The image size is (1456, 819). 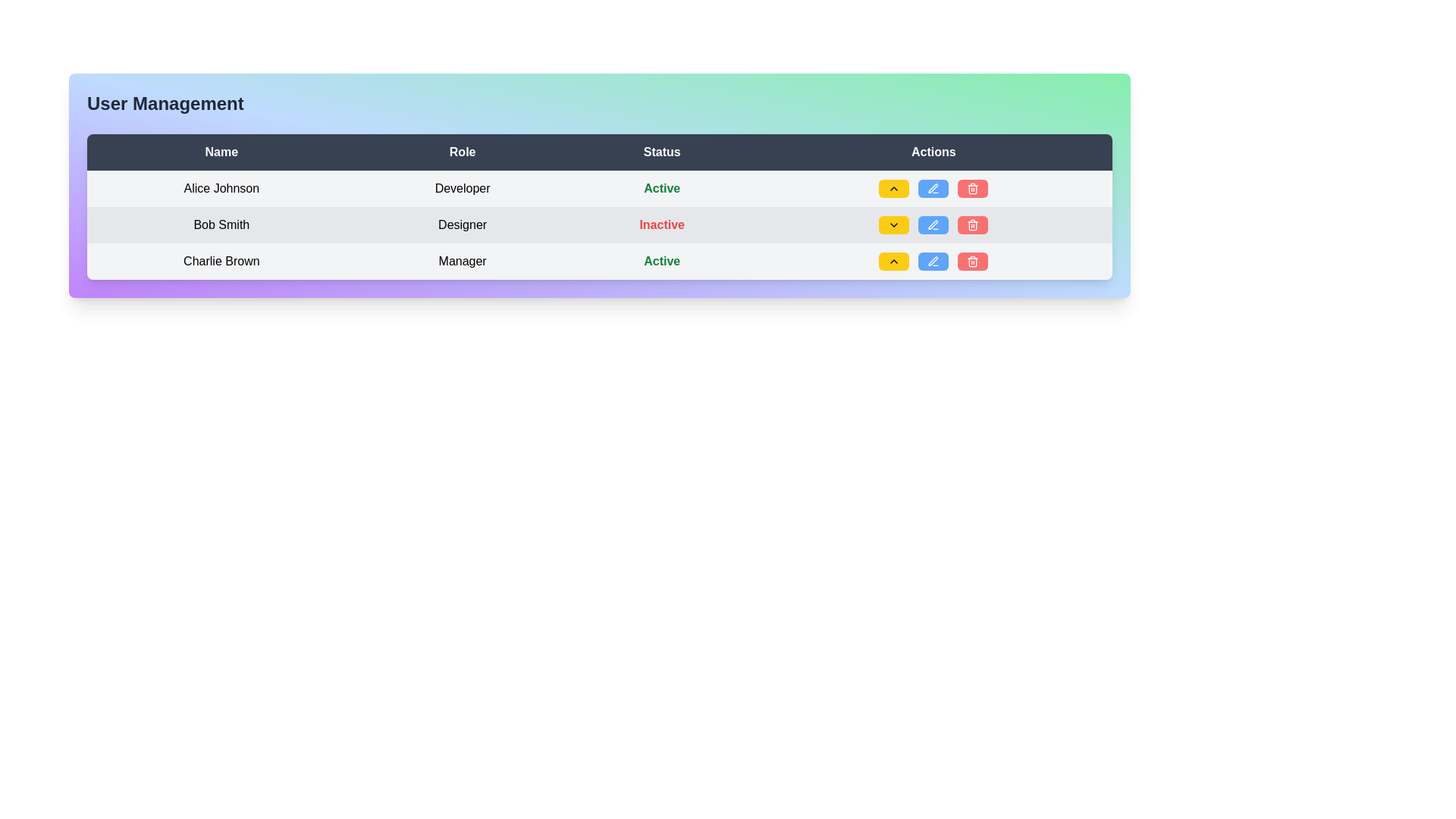 What do you see at coordinates (662, 187) in the screenshot?
I see `the 'Active' text label in bold green font located in the 'Status' column of the table, indicating an active status for the Developer role` at bounding box center [662, 187].